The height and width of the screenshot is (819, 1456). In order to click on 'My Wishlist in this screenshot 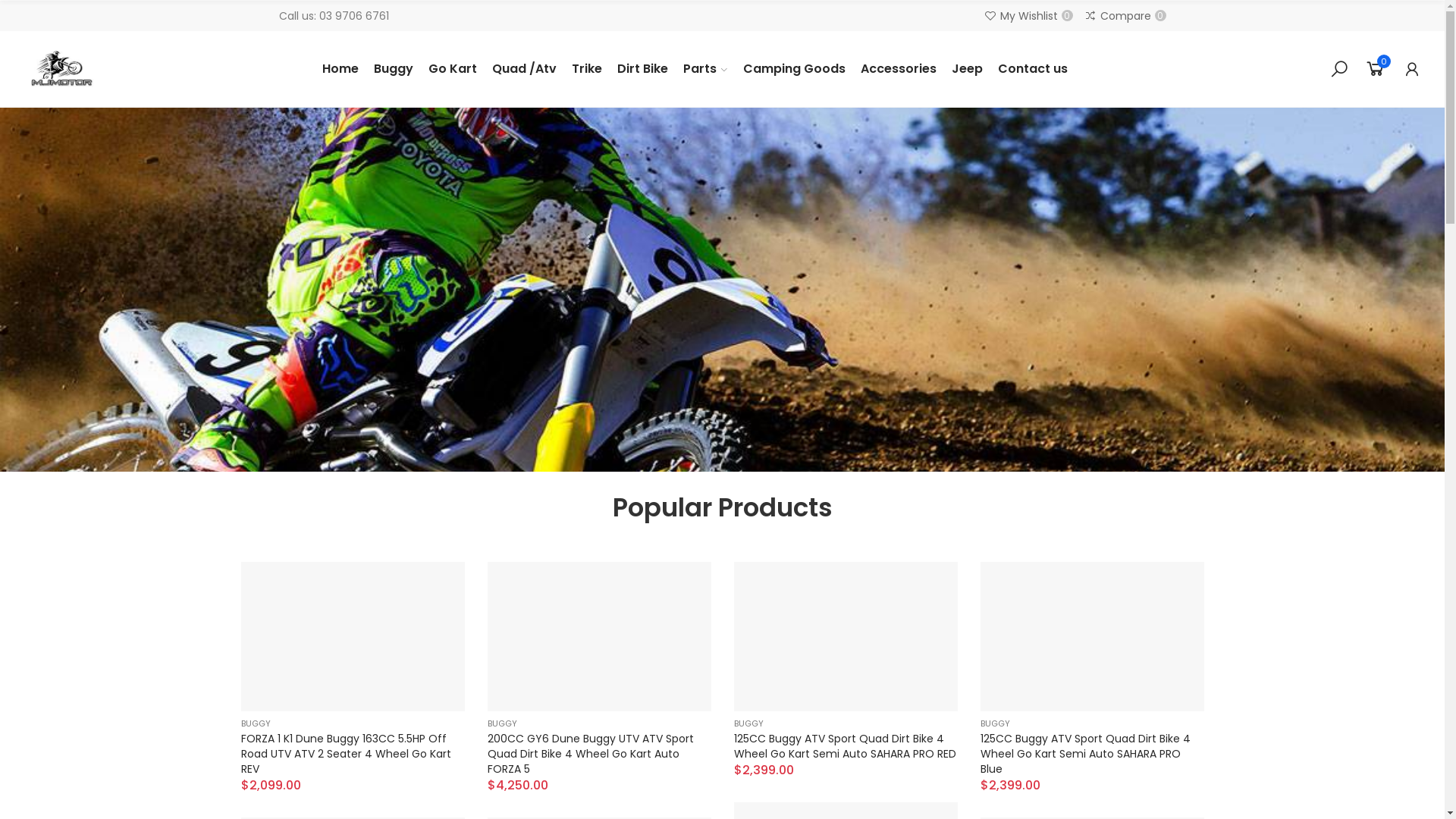, I will do `click(984, 15)`.